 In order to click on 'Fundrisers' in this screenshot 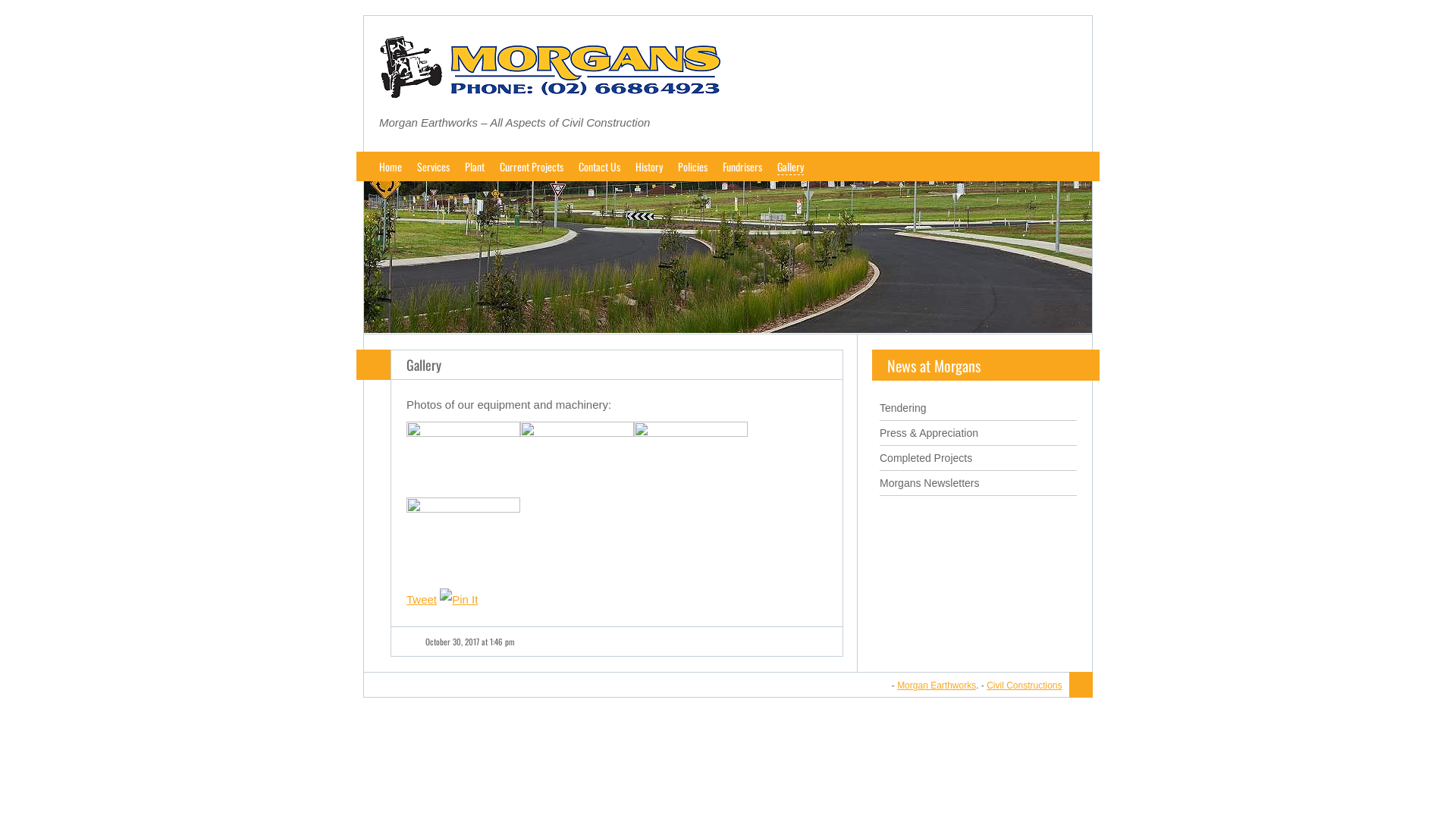, I will do `click(742, 166)`.